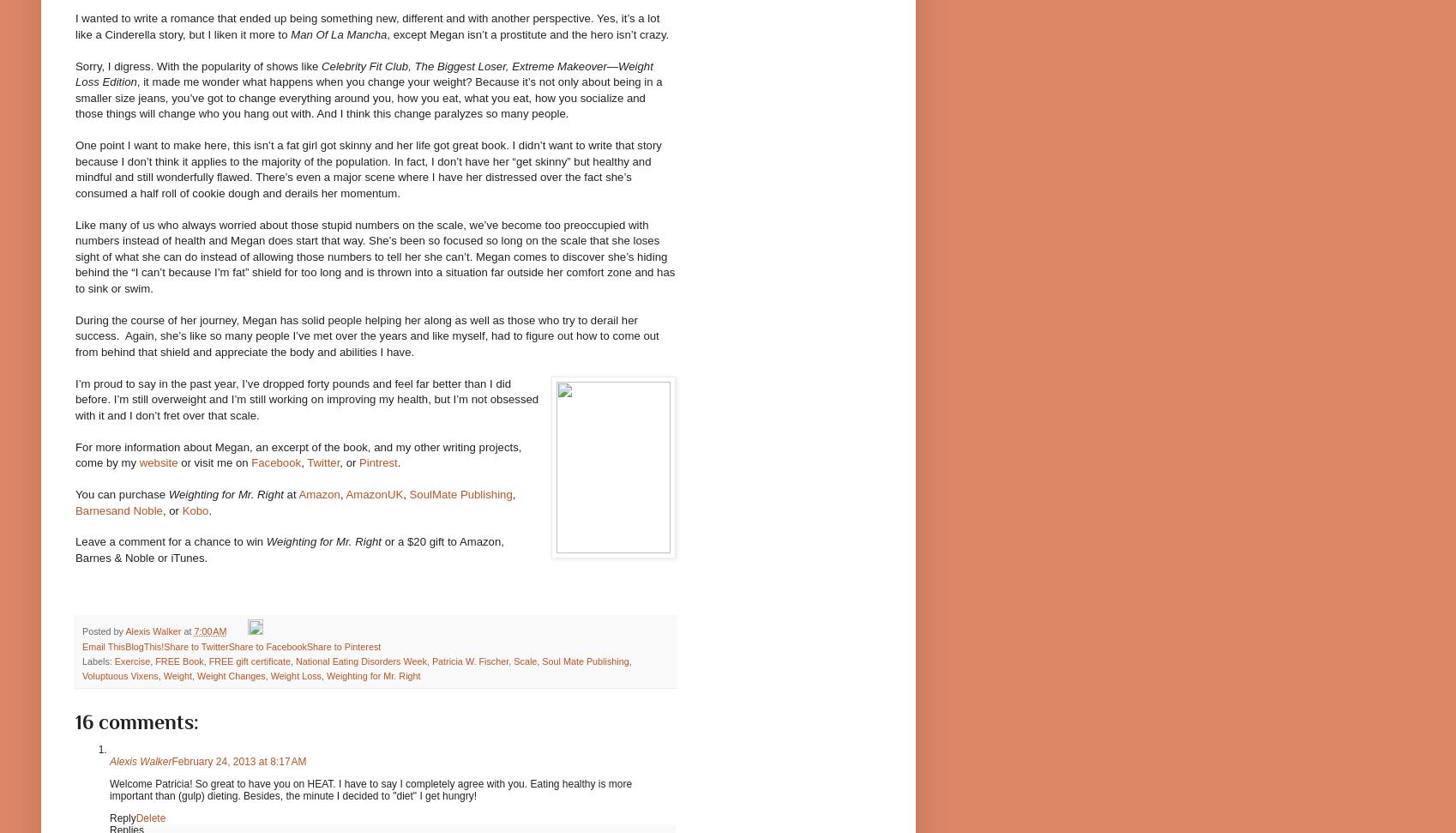  What do you see at coordinates (460, 494) in the screenshot?
I see `'SoulMate Publishing'` at bounding box center [460, 494].